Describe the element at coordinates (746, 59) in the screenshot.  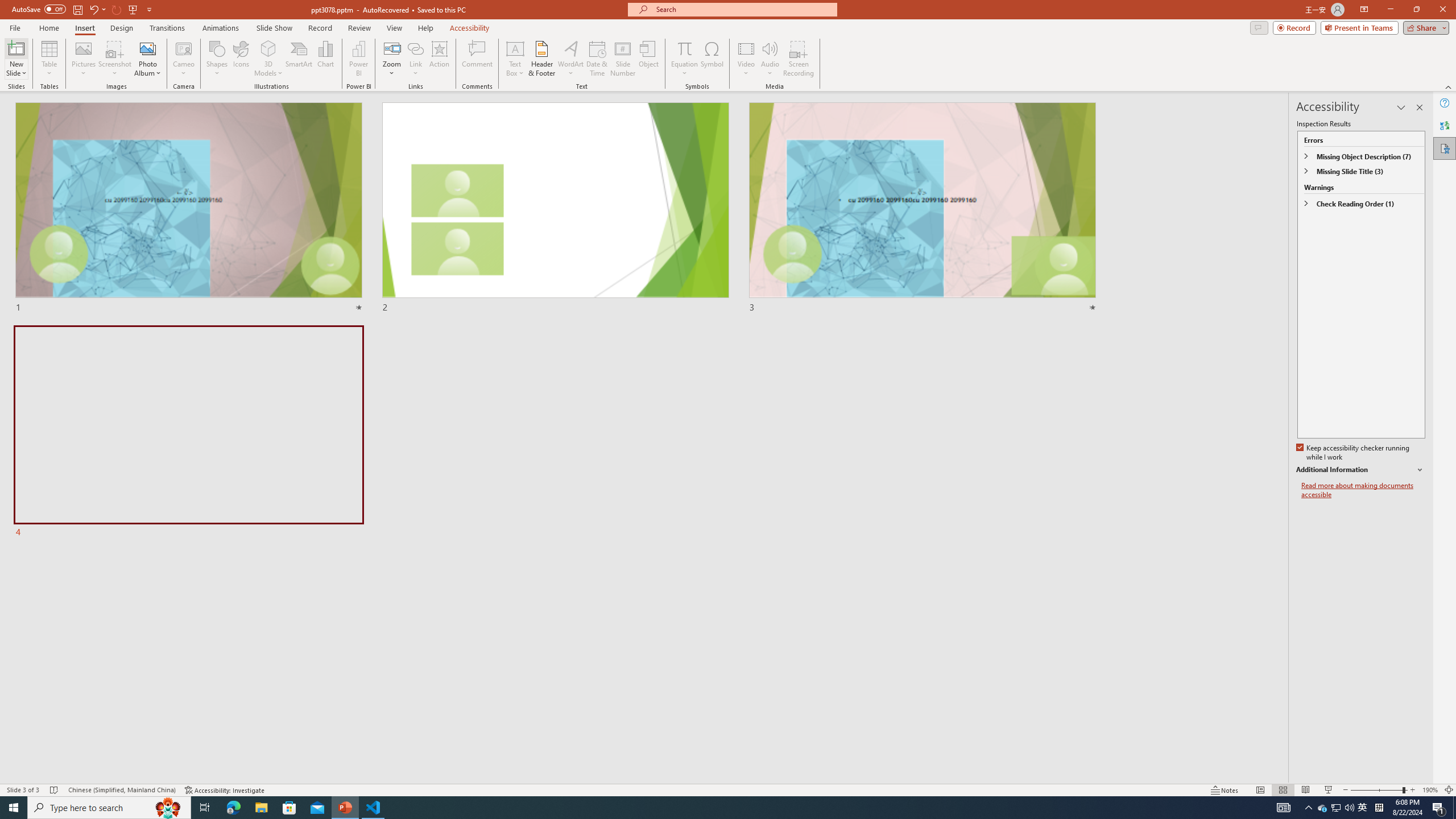
I see `'Video'` at that location.